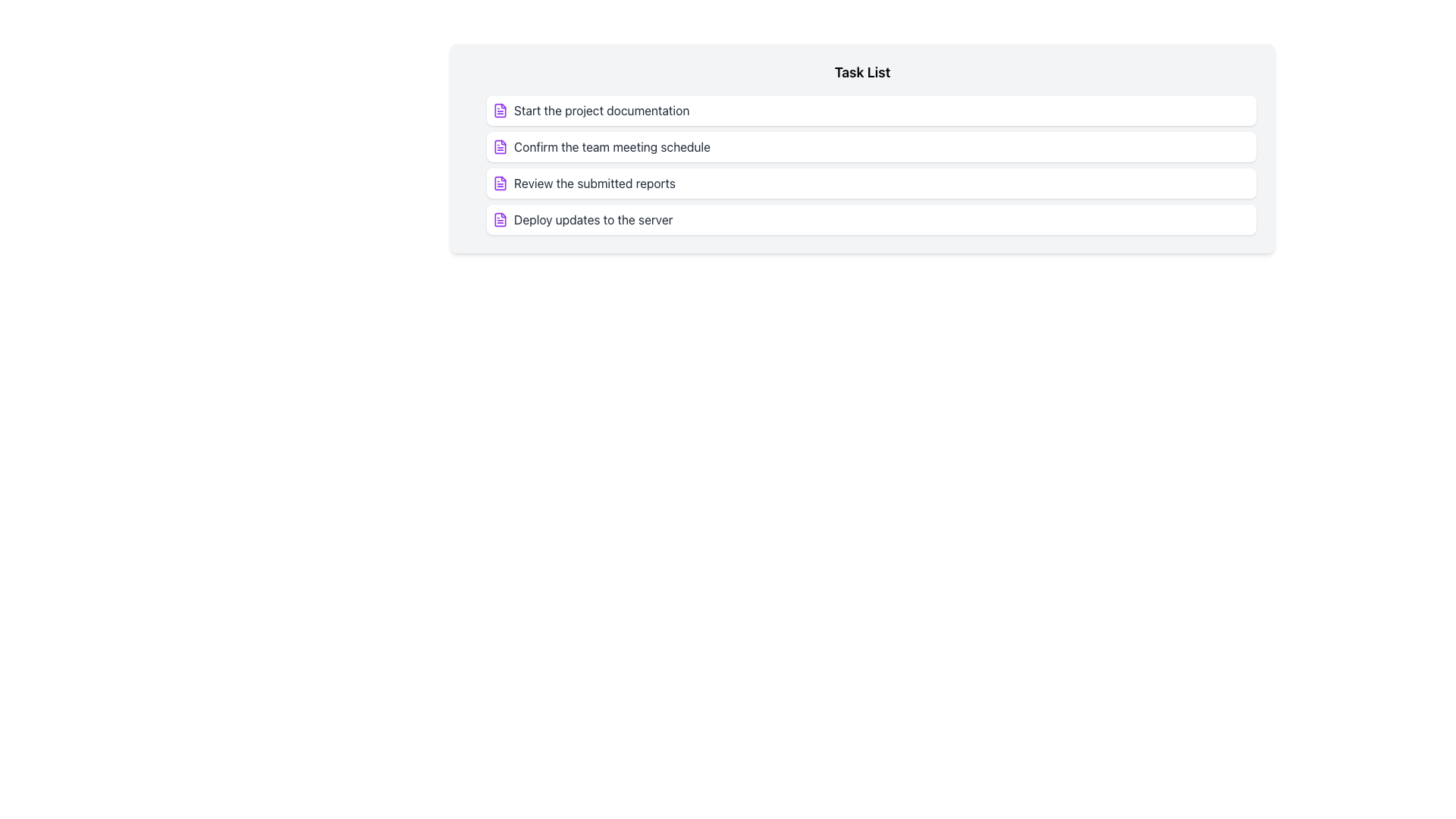 Image resolution: width=1456 pixels, height=819 pixels. What do you see at coordinates (594, 183) in the screenshot?
I see `text content of the task title displayed in the third item of the vertically aligned task list, which provides information about reviewing submitted reports` at bounding box center [594, 183].